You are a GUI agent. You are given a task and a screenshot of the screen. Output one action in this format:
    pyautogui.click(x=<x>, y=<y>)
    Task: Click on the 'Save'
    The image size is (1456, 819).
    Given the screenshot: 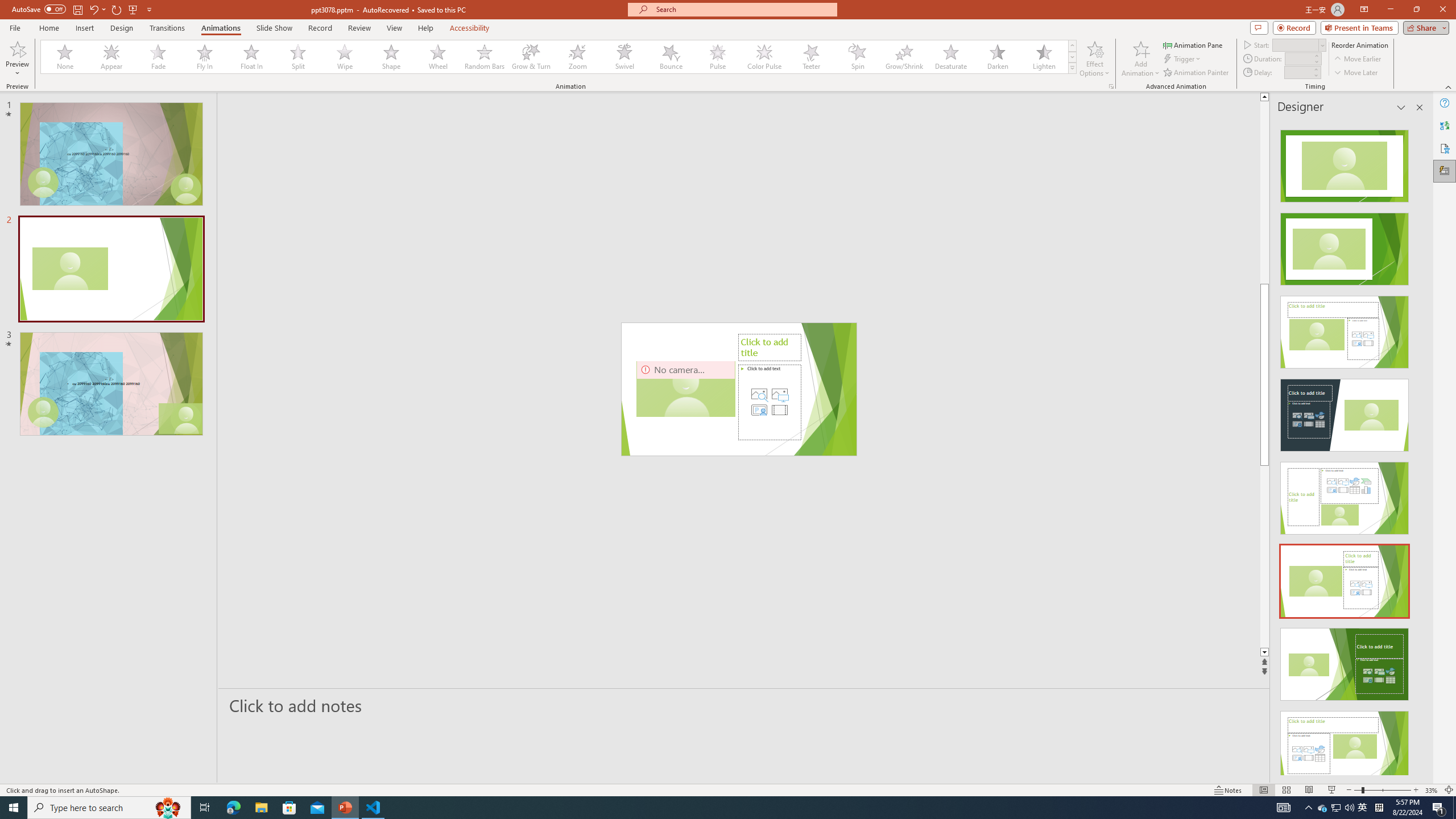 What is the action you would take?
    pyautogui.click(x=77, y=9)
    